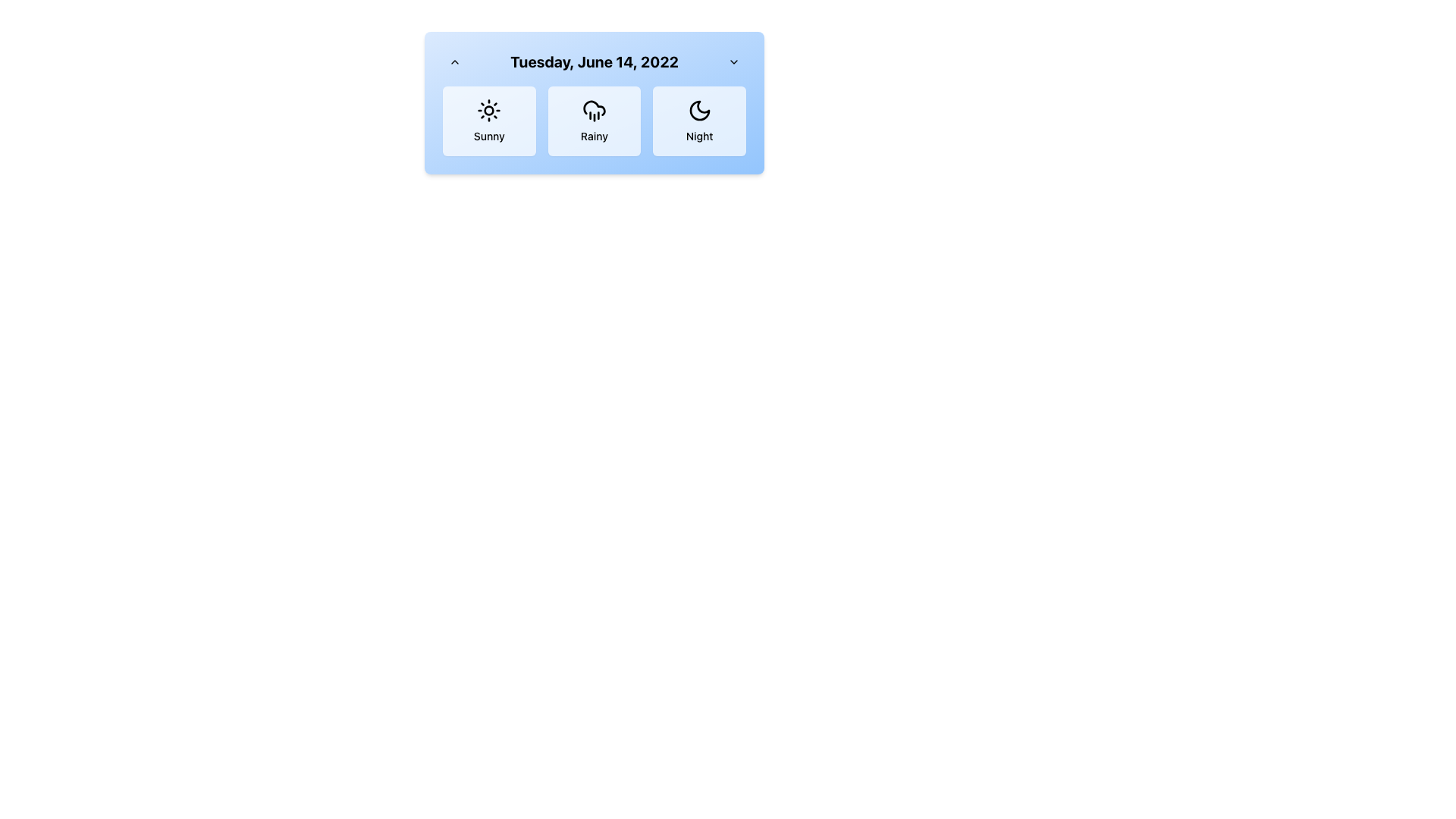  Describe the element at coordinates (454, 61) in the screenshot. I see `the small upward-pointing chevron icon, which is styled as a minimalist arrow and positioned to the left of the text 'Tuesday, June 14, 2022'` at that location.